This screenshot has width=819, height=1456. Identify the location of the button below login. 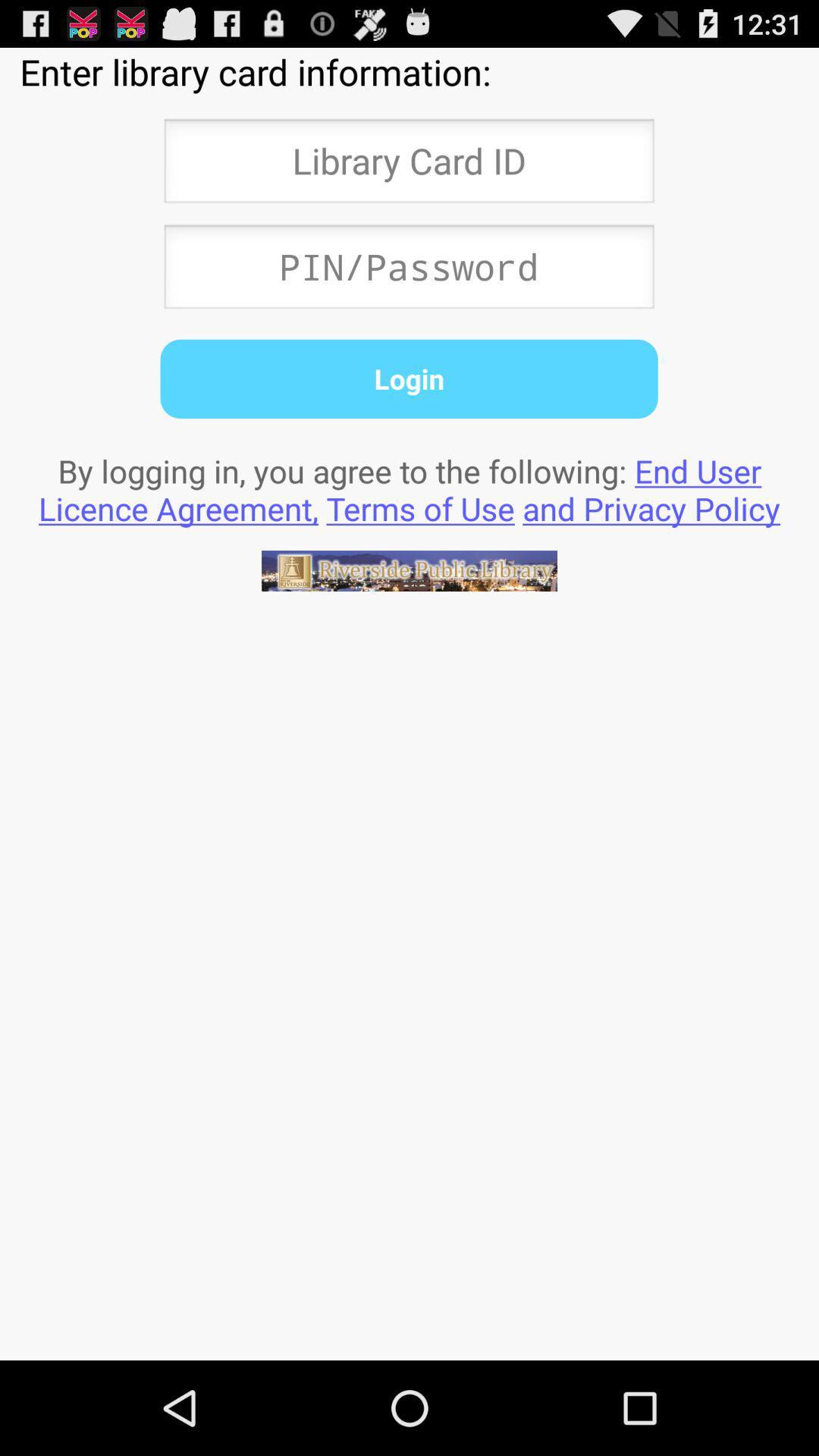
(409, 489).